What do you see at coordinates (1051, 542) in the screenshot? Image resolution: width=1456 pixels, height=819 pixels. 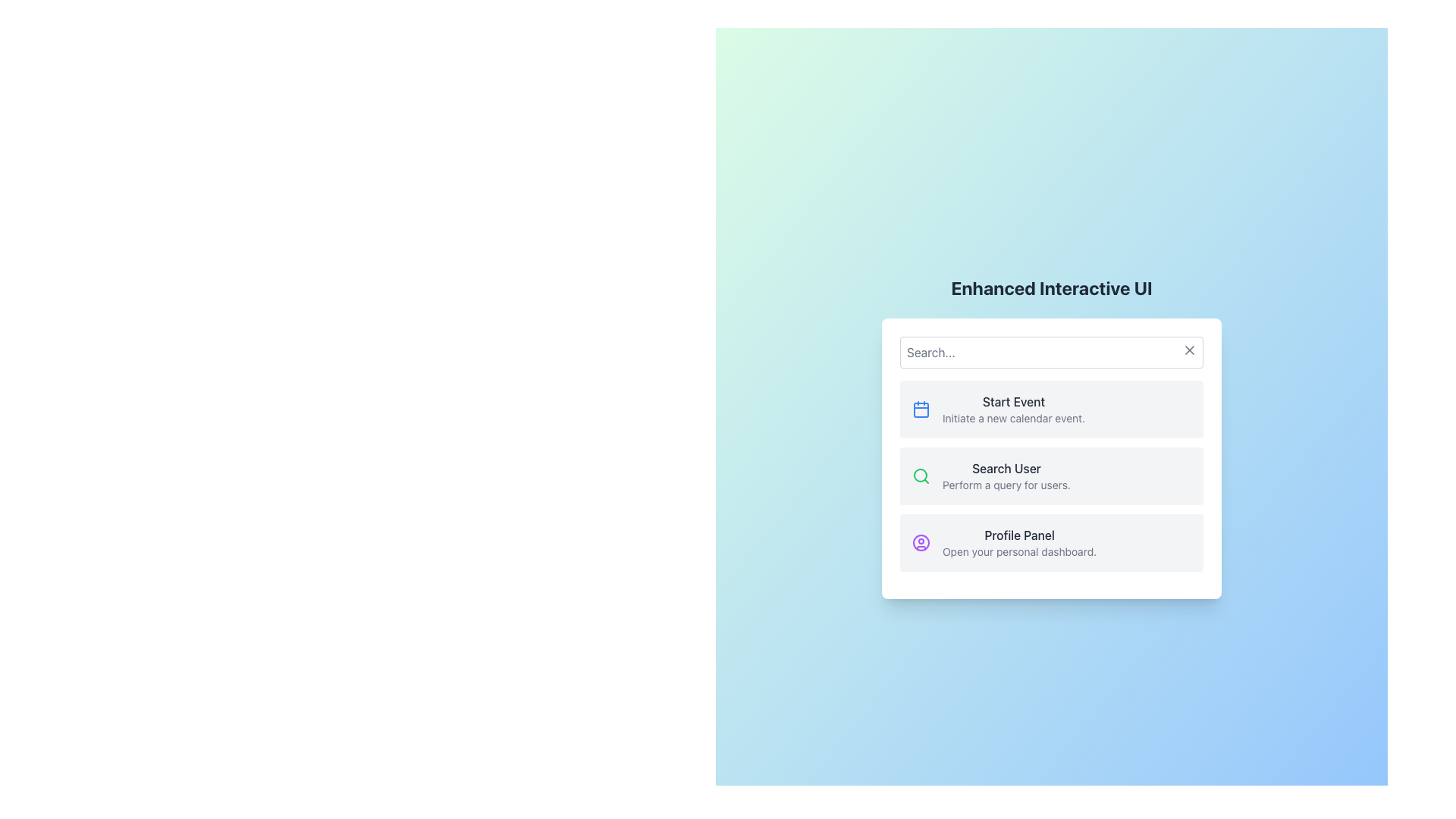 I see `the interactive panel labeled 'Profile Panel' with a purple person icon` at bounding box center [1051, 542].